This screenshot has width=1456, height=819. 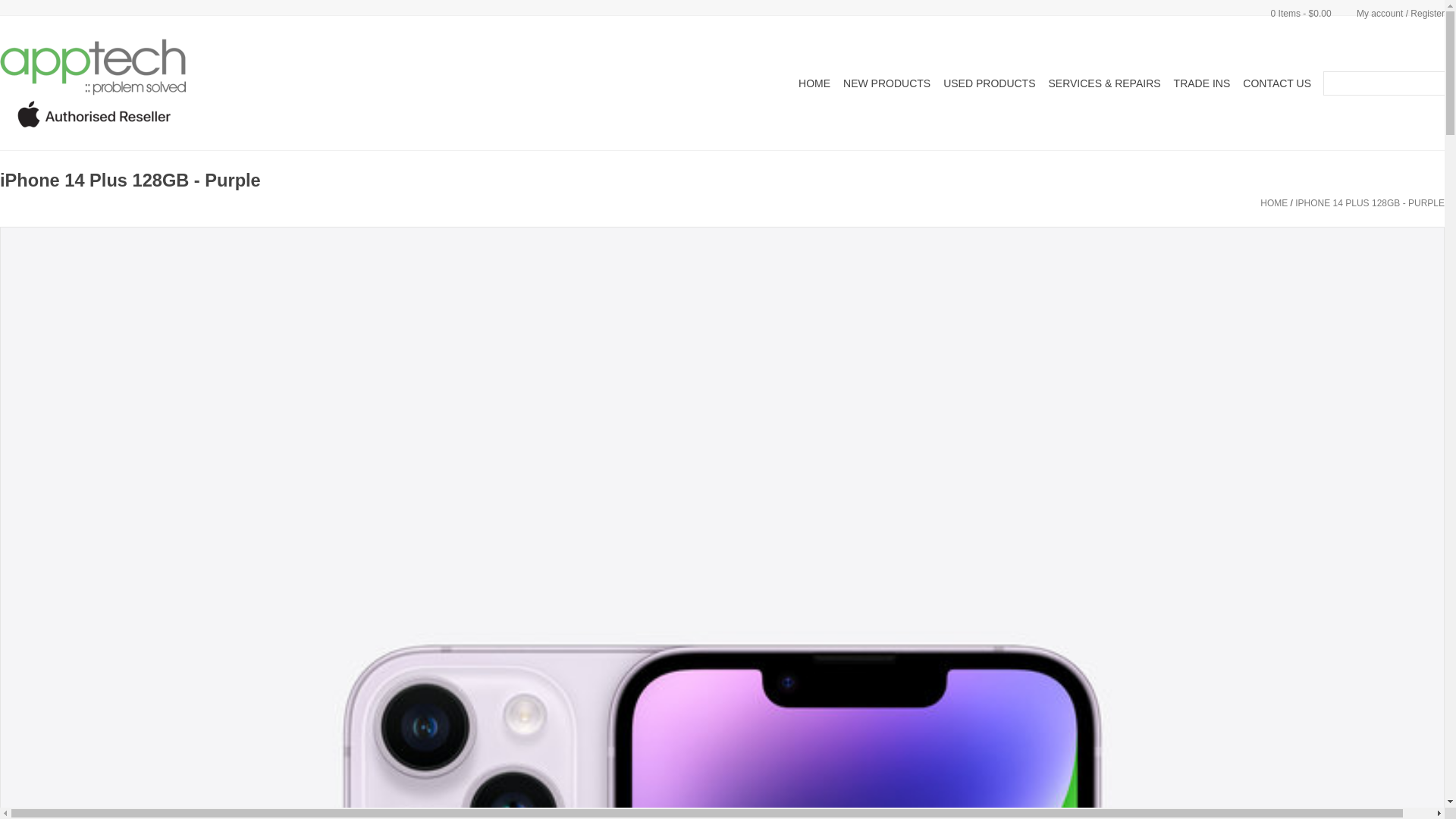 What do you see at coordinates (1248, 14) in the screenshot?
I see `'0 Items - $0.00'` at bounding box center [1248, 14].